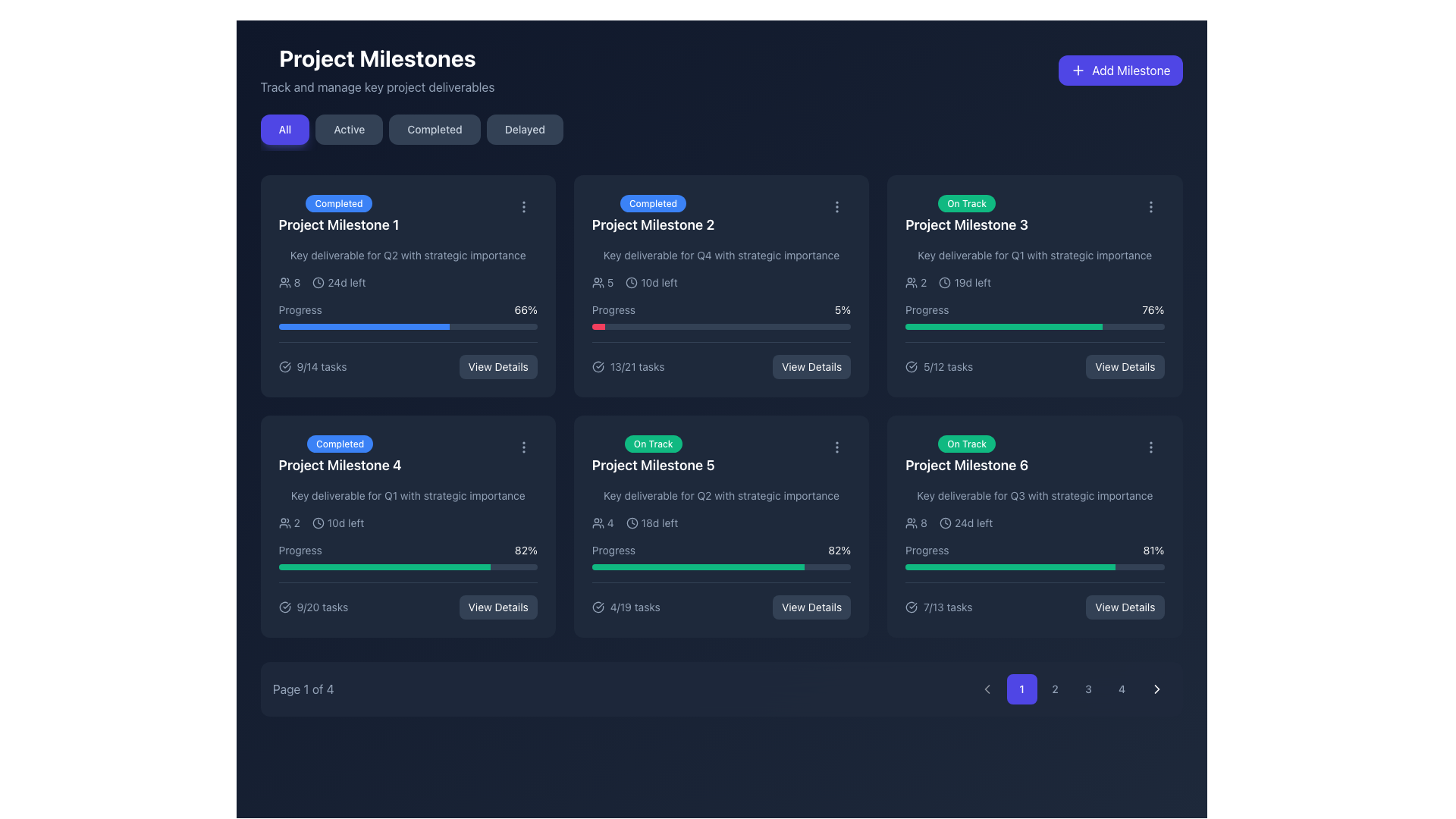 This screenshot has height=819, width=1456. I want to click on text with clock icon displaying '10d left' located within the 'Project Milestone 4' card, so click(337, 522).